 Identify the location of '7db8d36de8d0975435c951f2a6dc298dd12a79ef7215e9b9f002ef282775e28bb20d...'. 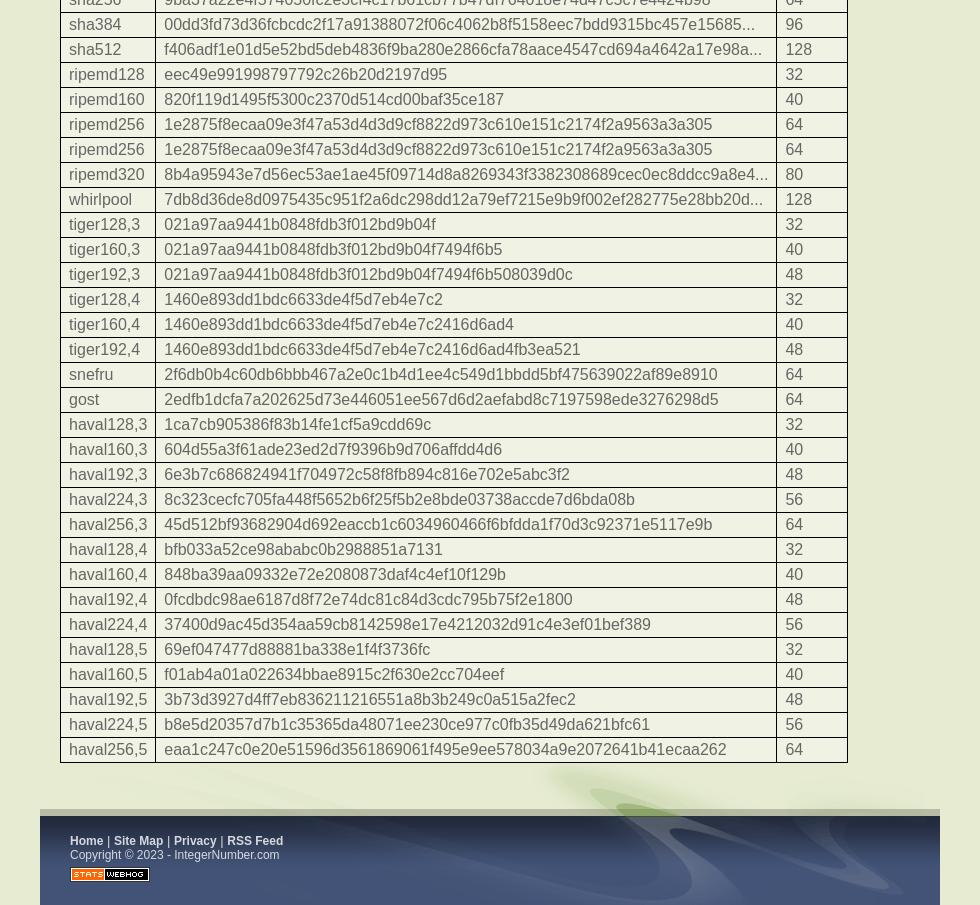
(163, 199).